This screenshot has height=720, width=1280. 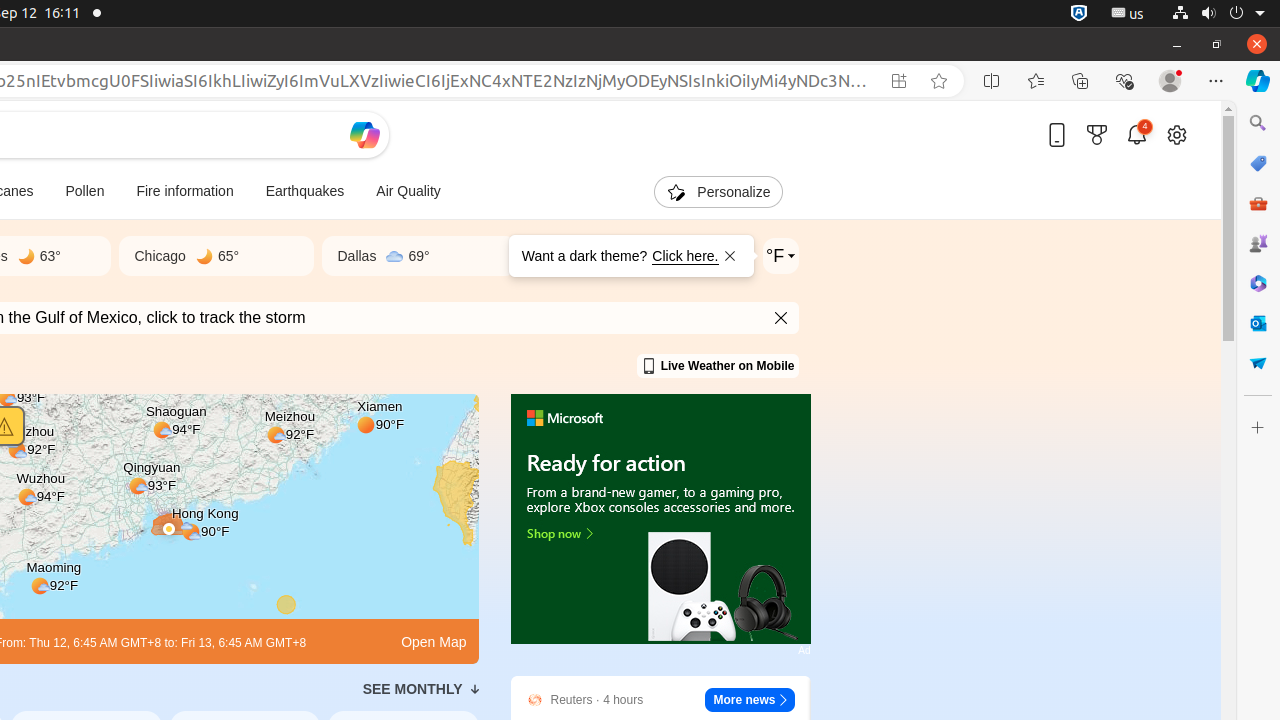 What do you see at coordinates (992, 80) in the screenshot?
I see `'Split screen'` at bounding box center [992, 80].